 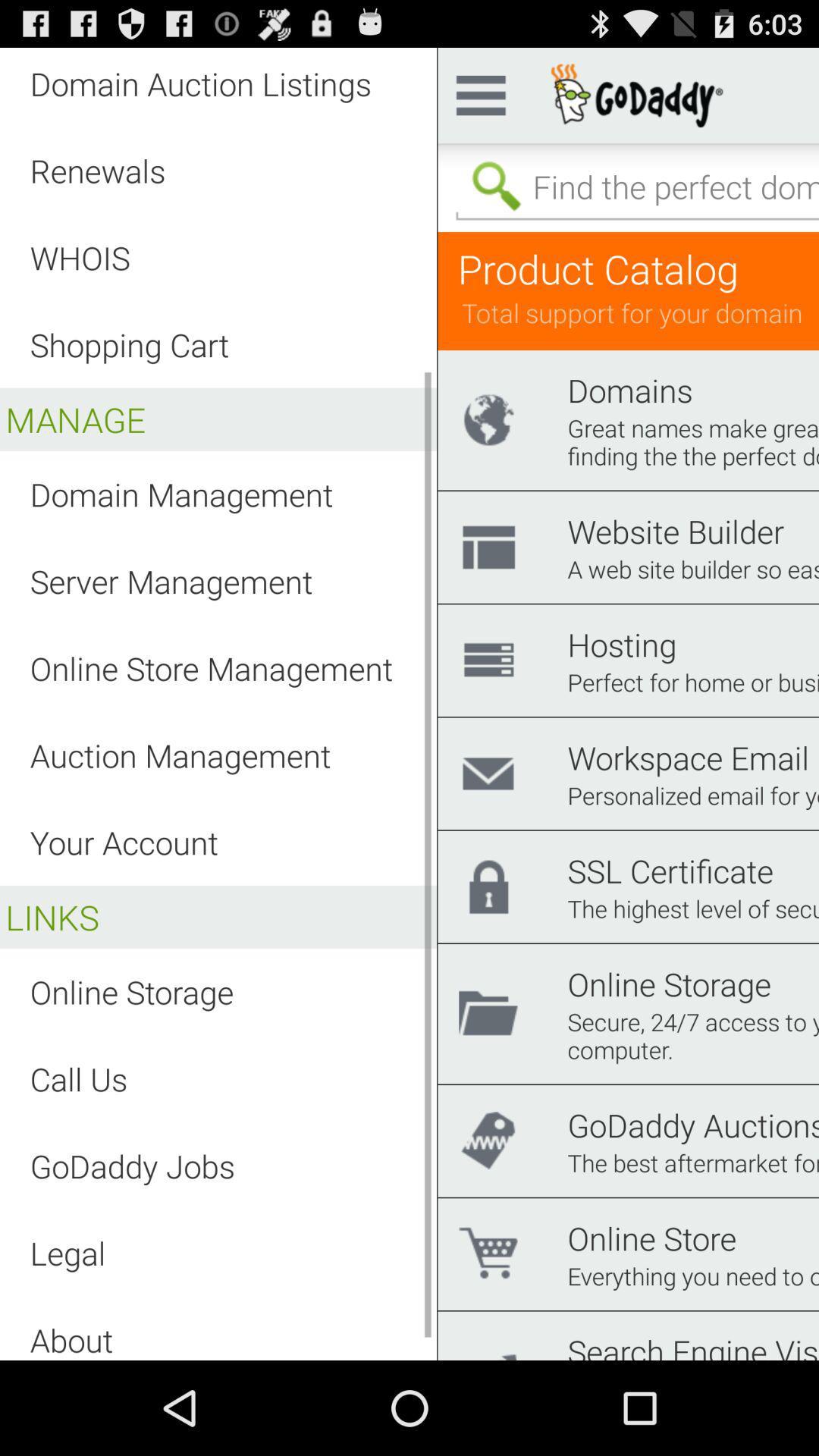 I want to click on the item below the online store management app, so click(x=180, y=755).